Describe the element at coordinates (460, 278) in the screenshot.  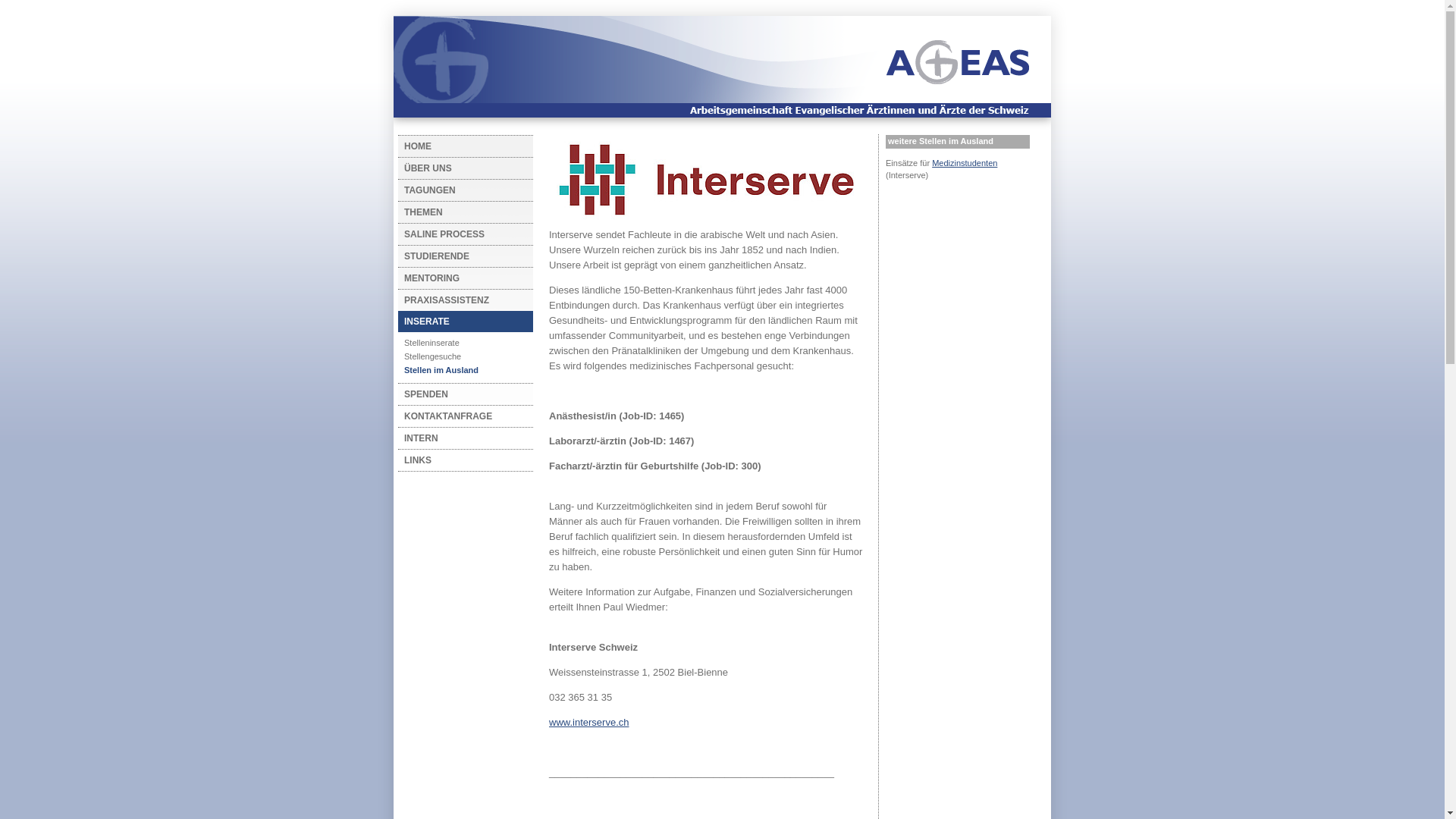
I see `'MENTORING'` at that location.